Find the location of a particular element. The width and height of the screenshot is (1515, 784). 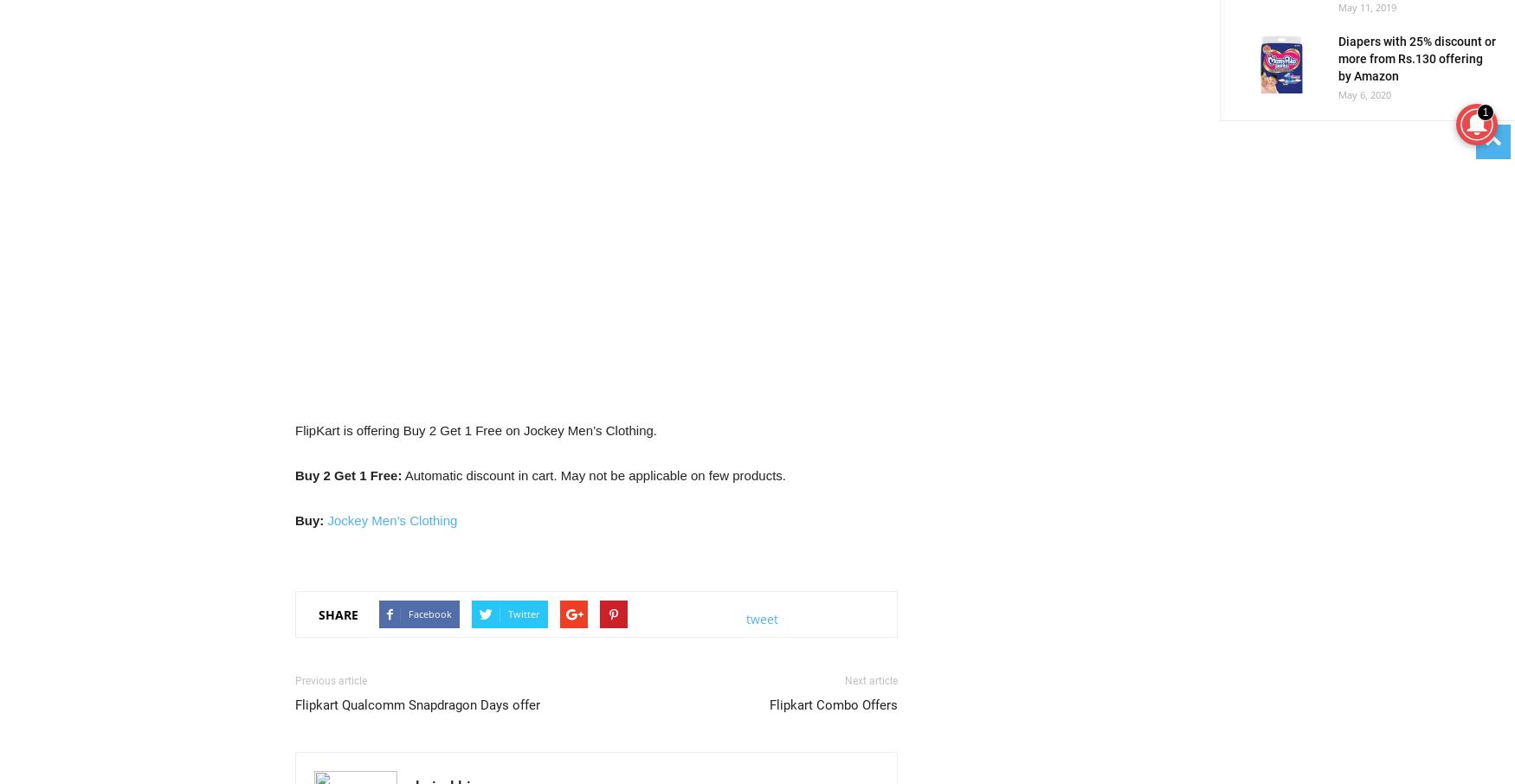

'Flipkart Combo Offers' is located at coordinates (834, 705).